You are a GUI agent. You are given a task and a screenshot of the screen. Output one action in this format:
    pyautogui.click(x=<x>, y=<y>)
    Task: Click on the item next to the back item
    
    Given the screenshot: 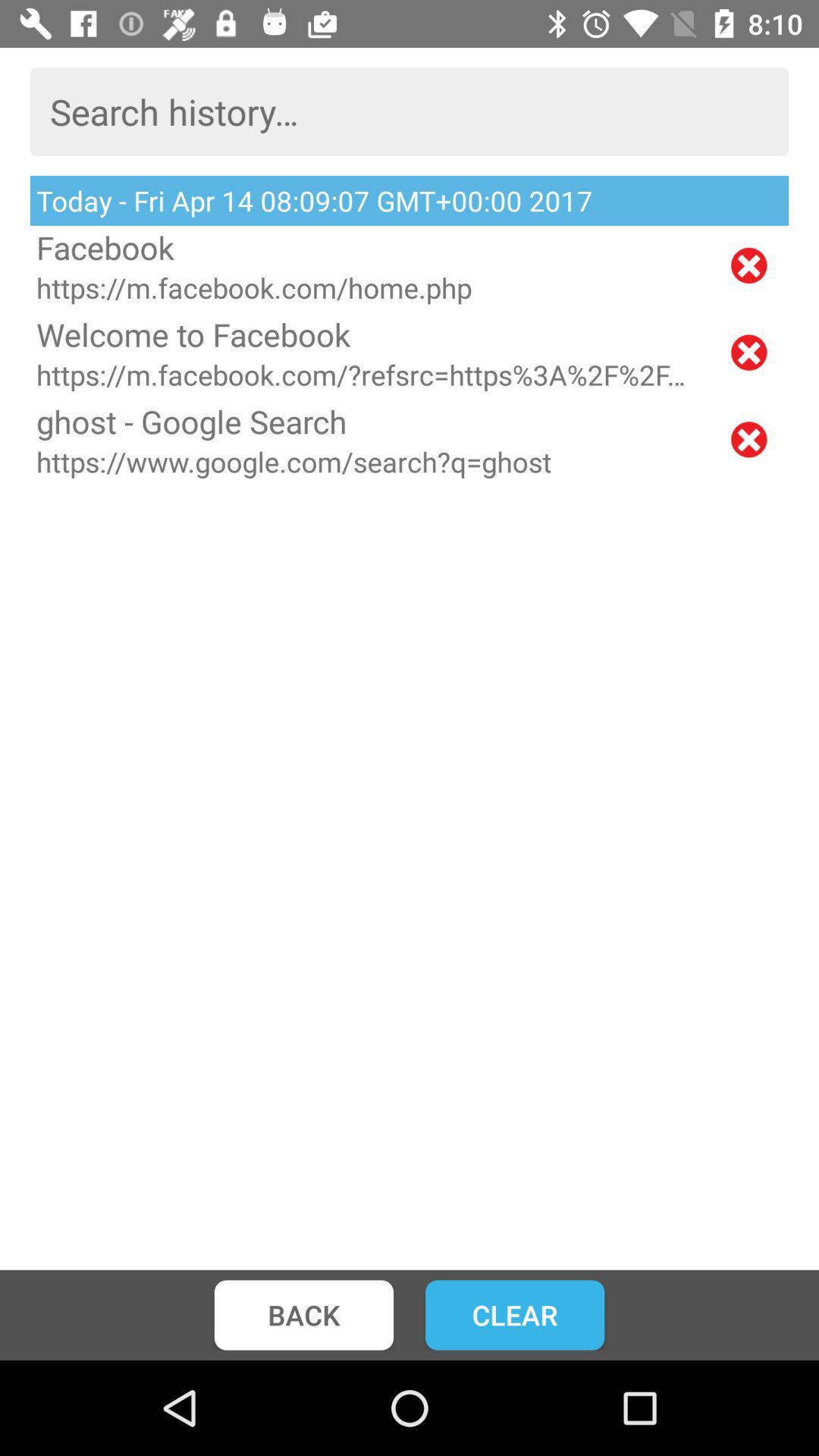 What is the action you would take?
    pyautogui.click(x=514, y=1314)
    